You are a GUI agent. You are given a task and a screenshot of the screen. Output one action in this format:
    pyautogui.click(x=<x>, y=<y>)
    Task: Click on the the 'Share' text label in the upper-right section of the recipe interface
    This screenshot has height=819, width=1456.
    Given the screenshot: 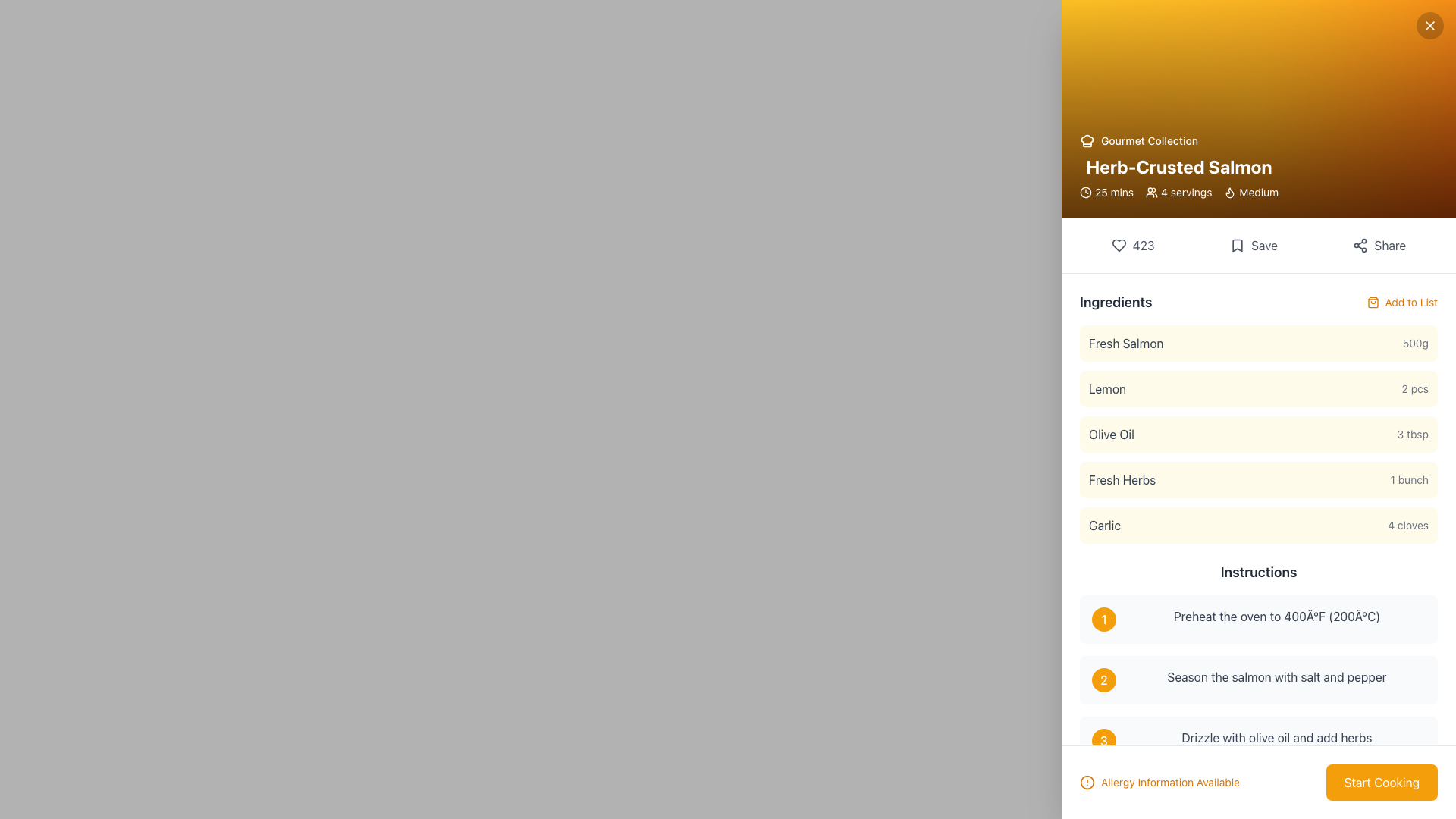 What is the action you would take?
    pyautogui.click(x=1390, y=245)
    